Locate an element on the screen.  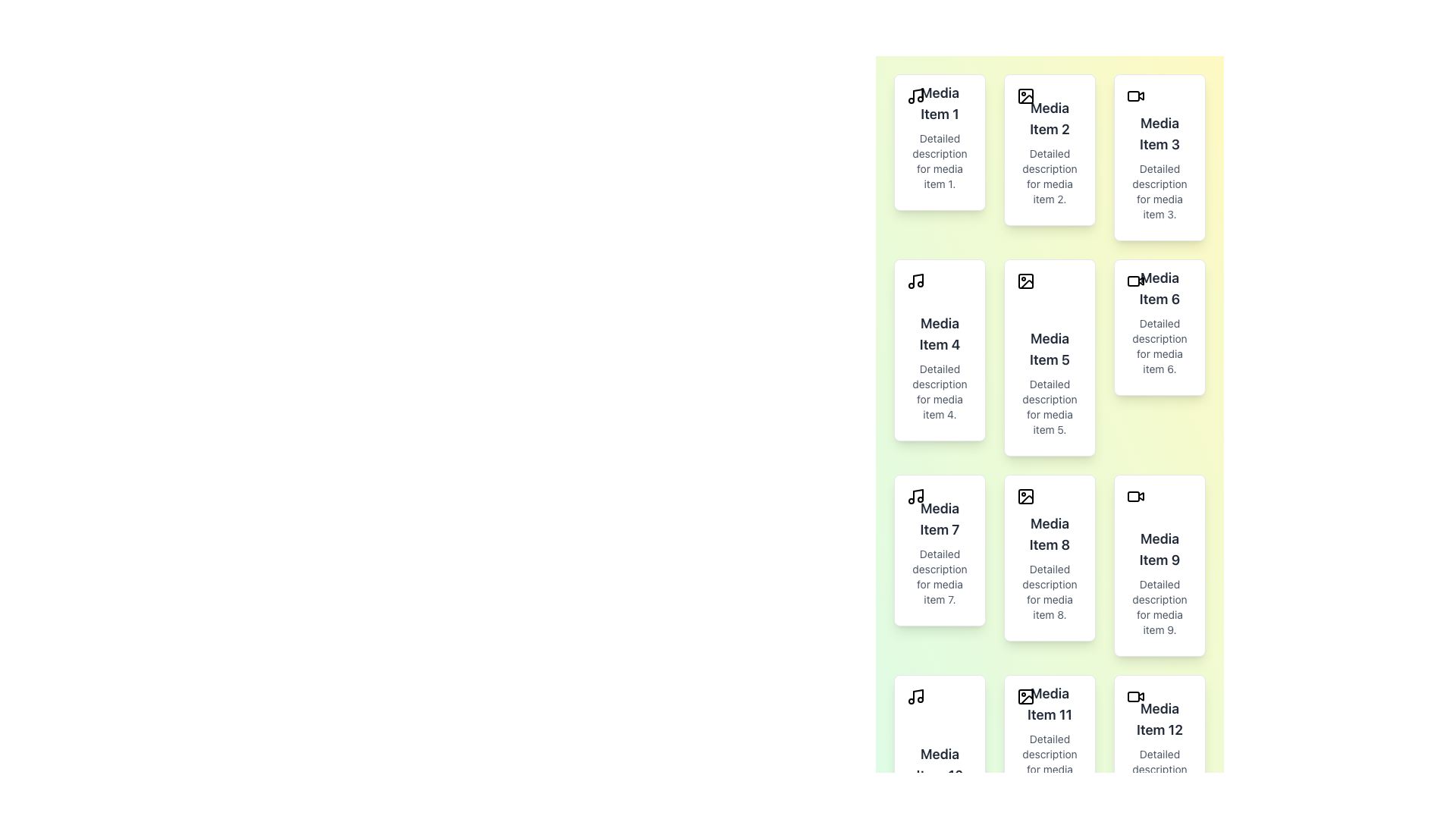
the music icon located in the top-left corner of the card labeled 'Media Item 4', which is in the second row, first column of the grid layout is located at coordinates (915, 281).